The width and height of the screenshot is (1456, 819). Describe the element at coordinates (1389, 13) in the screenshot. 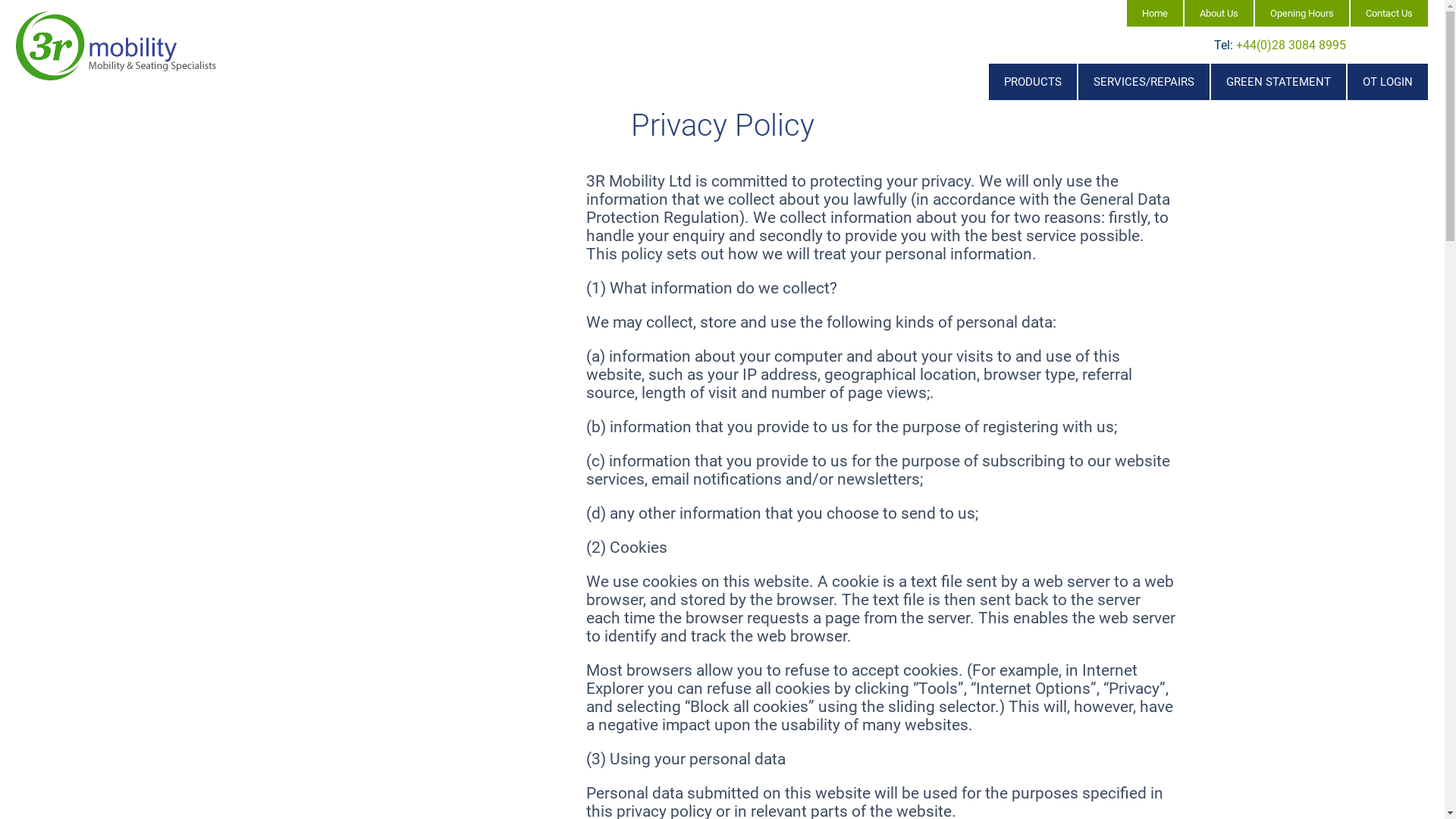

I see `'Contact Us'` at that location.